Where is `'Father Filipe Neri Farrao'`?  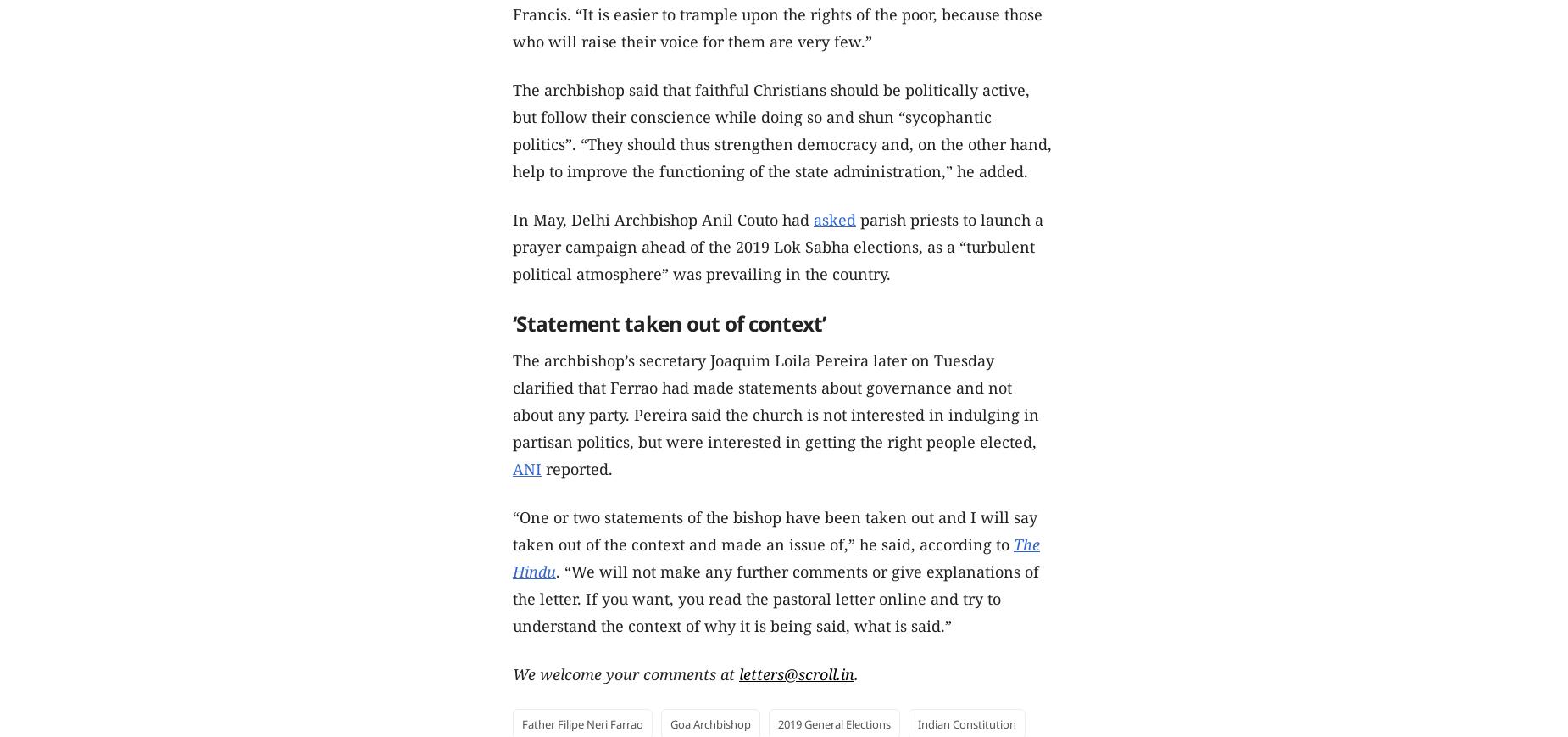
'Father Filipe Neri Farrao' is located at coordinates (582, 723).